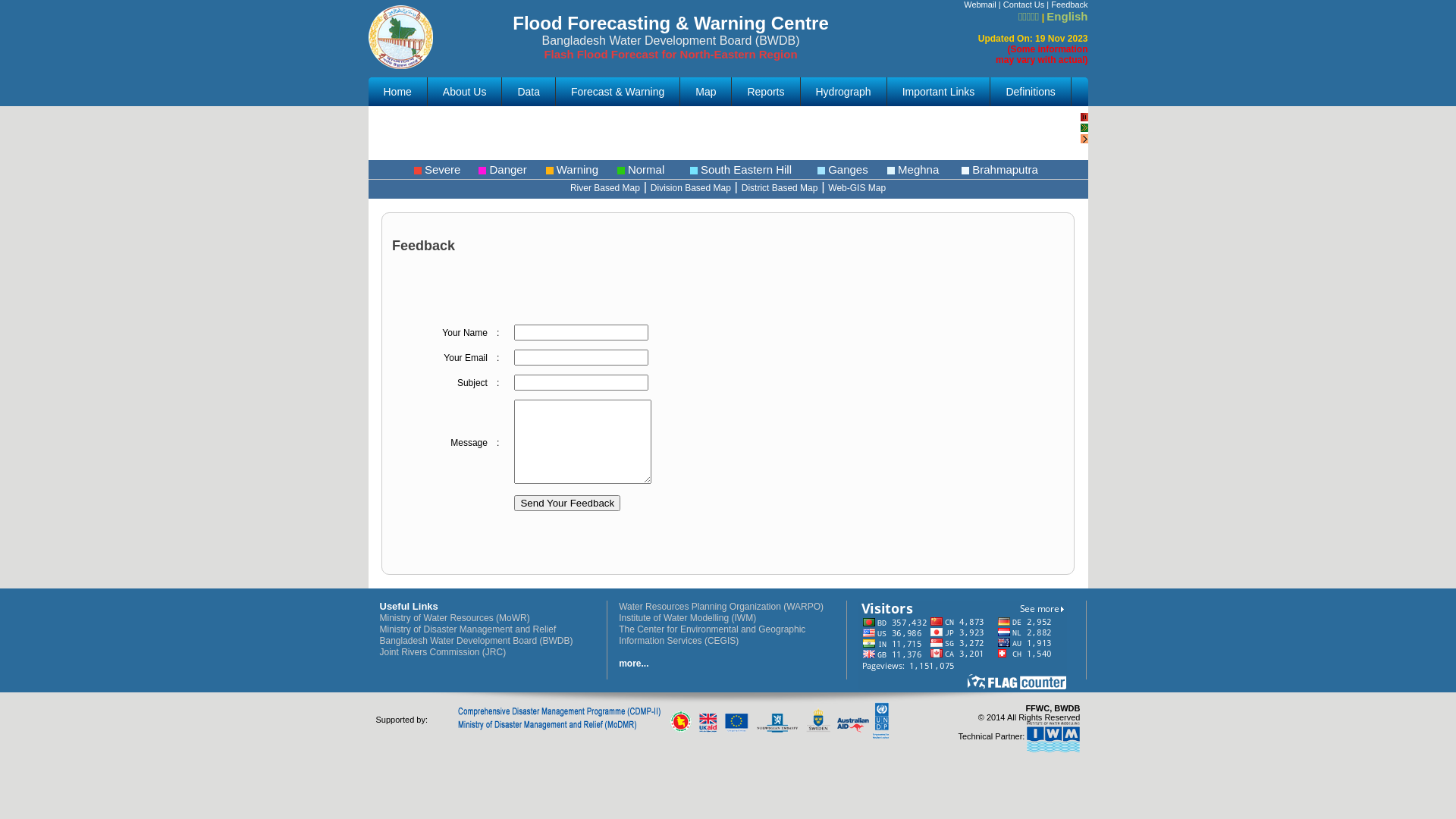 This screenshot has width=1456, height=819. Describe the element at coordinates (619, 617) in the screenshot. I see `'Institute of Water Modelling (IWM)'` at that location.